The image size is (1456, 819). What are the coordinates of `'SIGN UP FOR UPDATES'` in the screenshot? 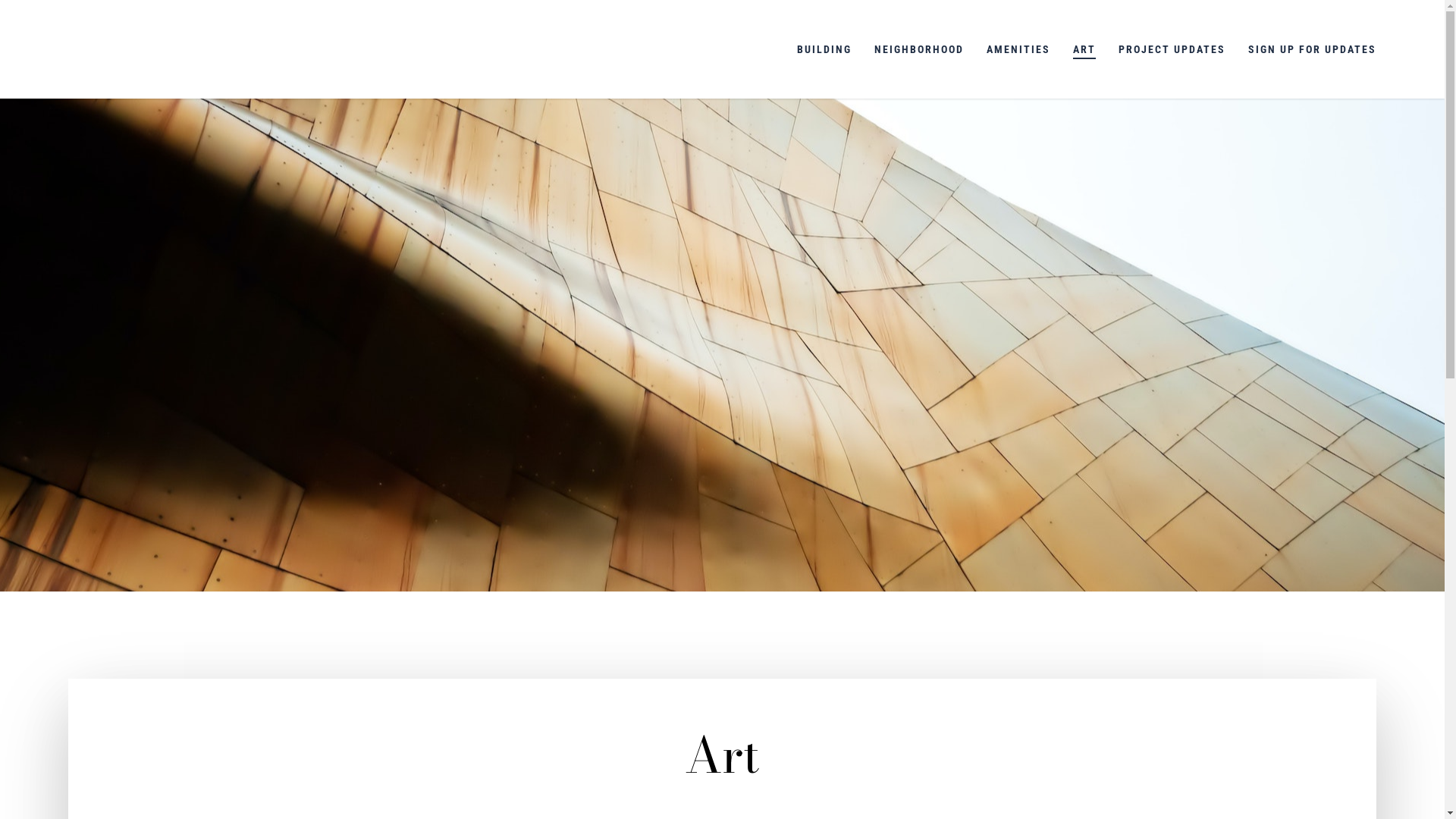 It's located at (1311, 49).